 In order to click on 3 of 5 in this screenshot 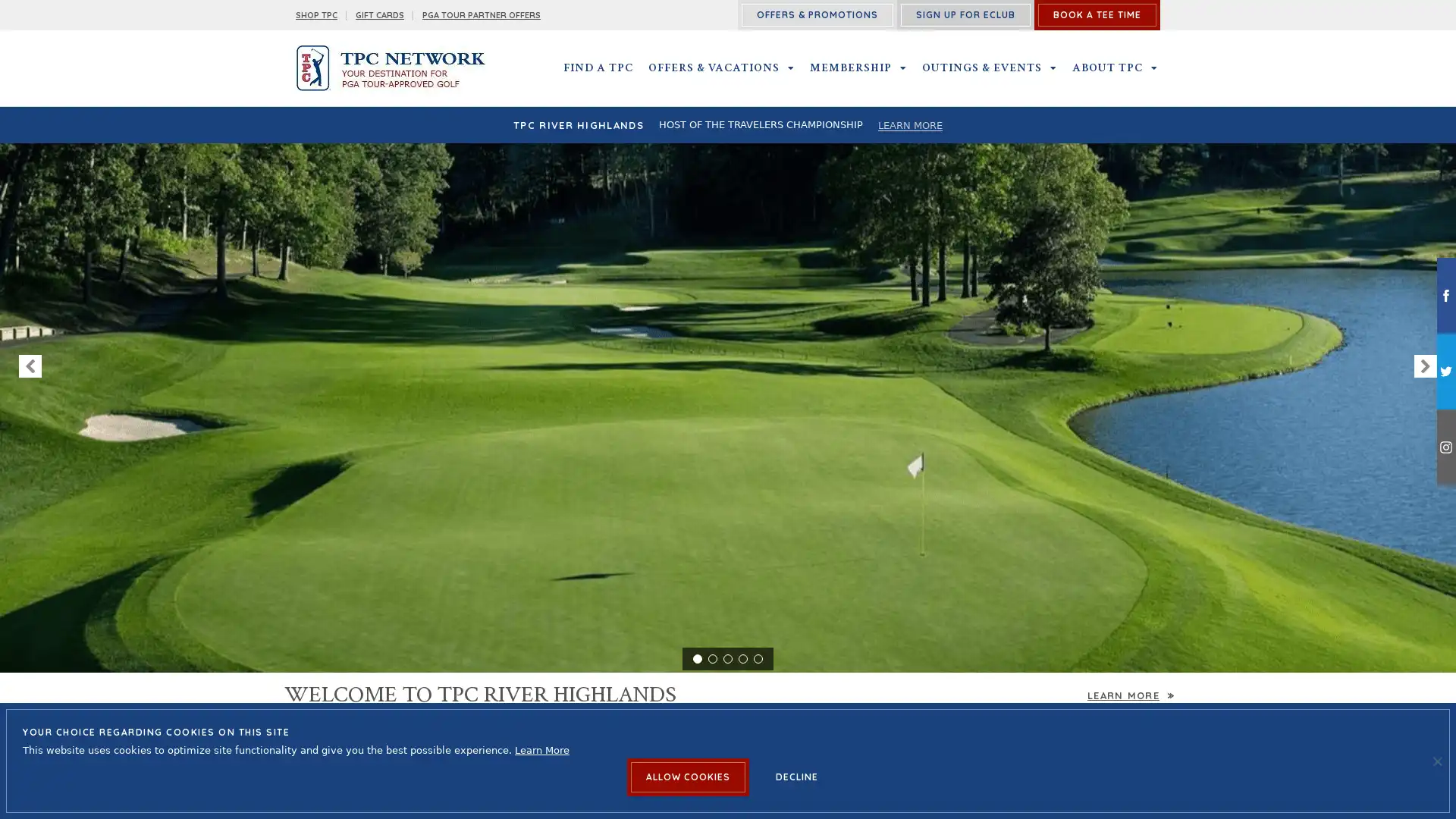, I will do `click(728, 657)`.